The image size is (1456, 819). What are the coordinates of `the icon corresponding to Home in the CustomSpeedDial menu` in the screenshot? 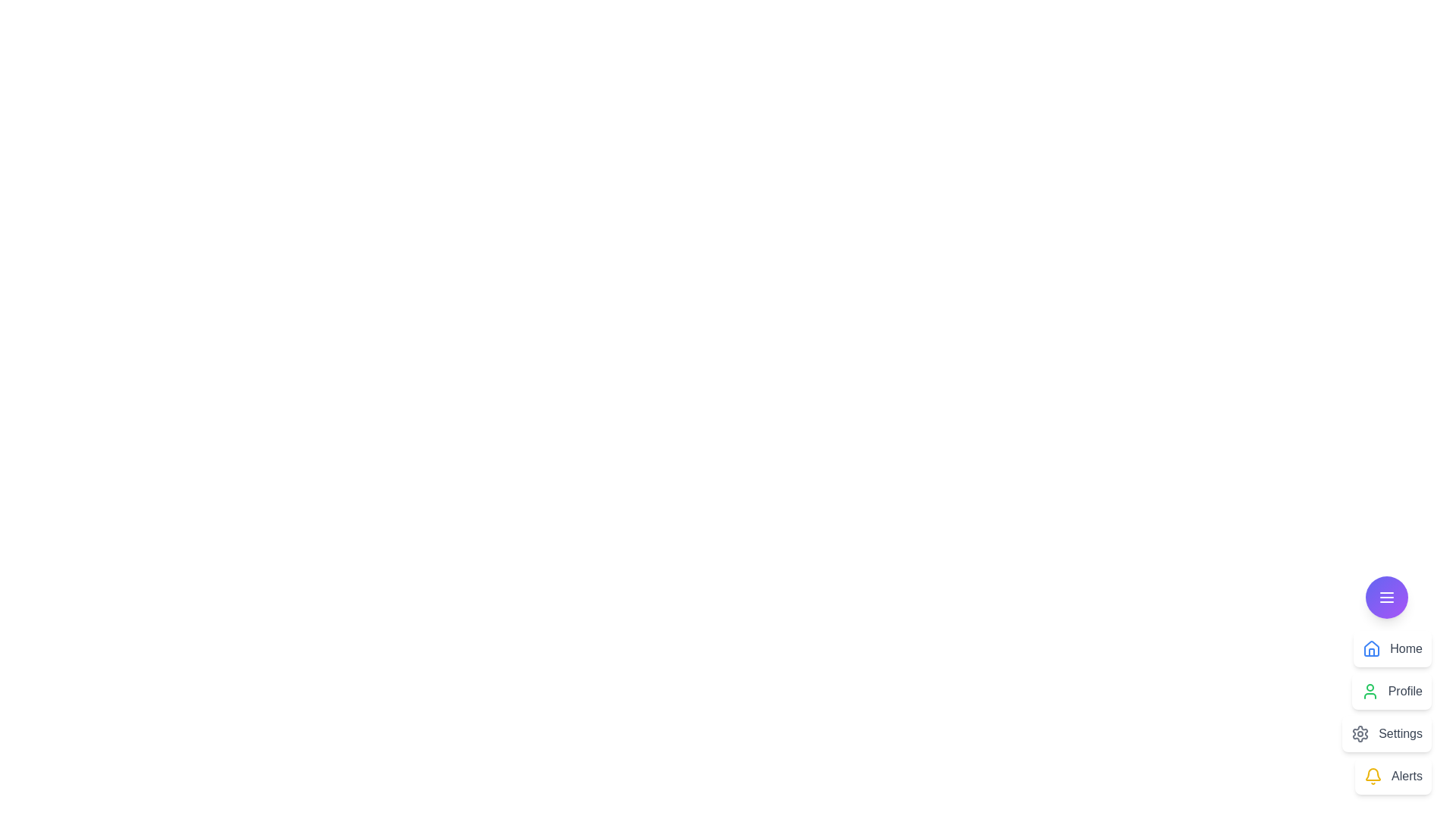 It's located at (1372, 648).